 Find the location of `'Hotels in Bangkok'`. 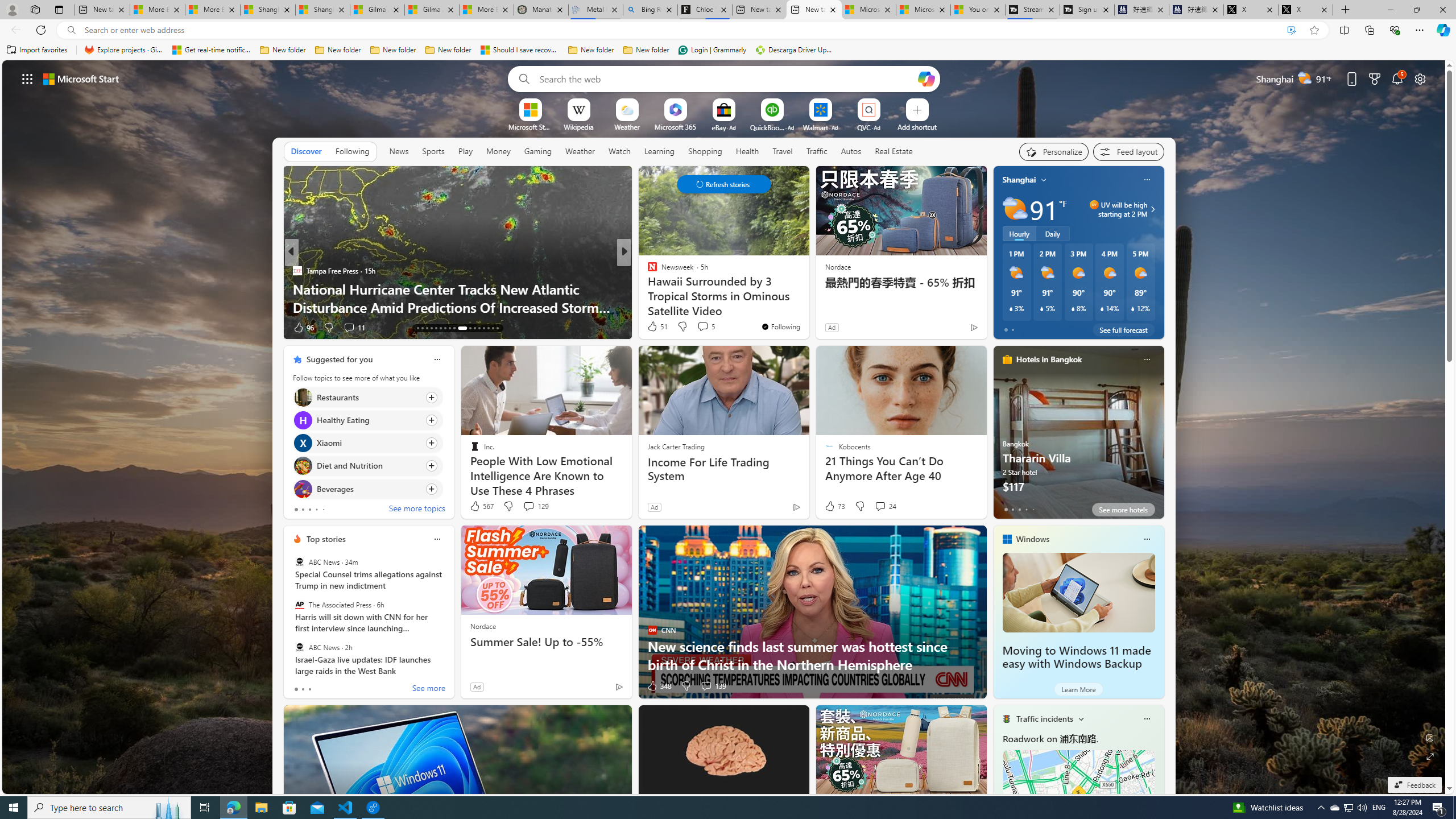

'Hotels in Bangkok' is located at coordinates (1048, 359).